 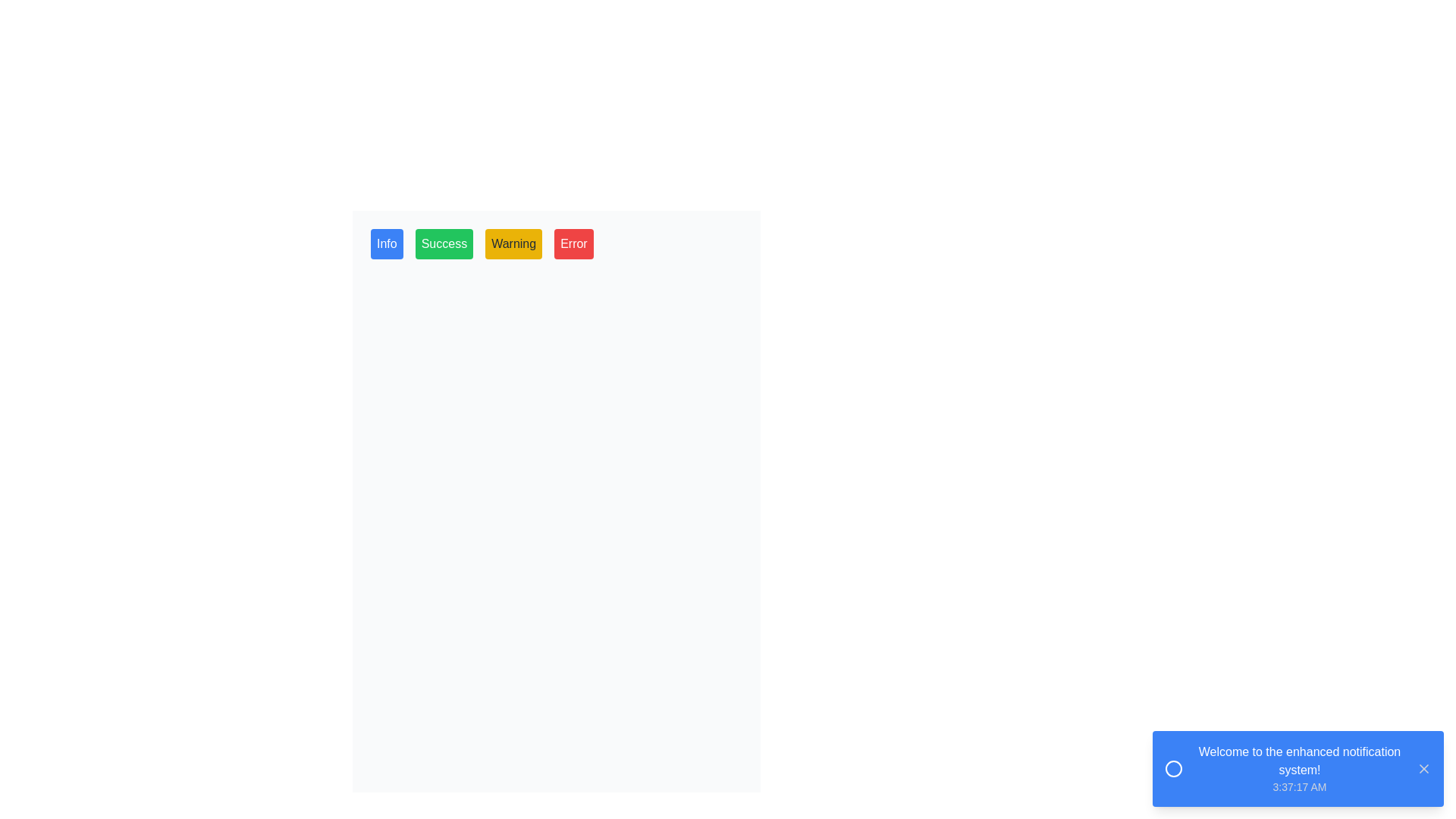 I want to click on the 'Error' button, which is a rectangular button with a red background and white text, so click(x=573, y=243).